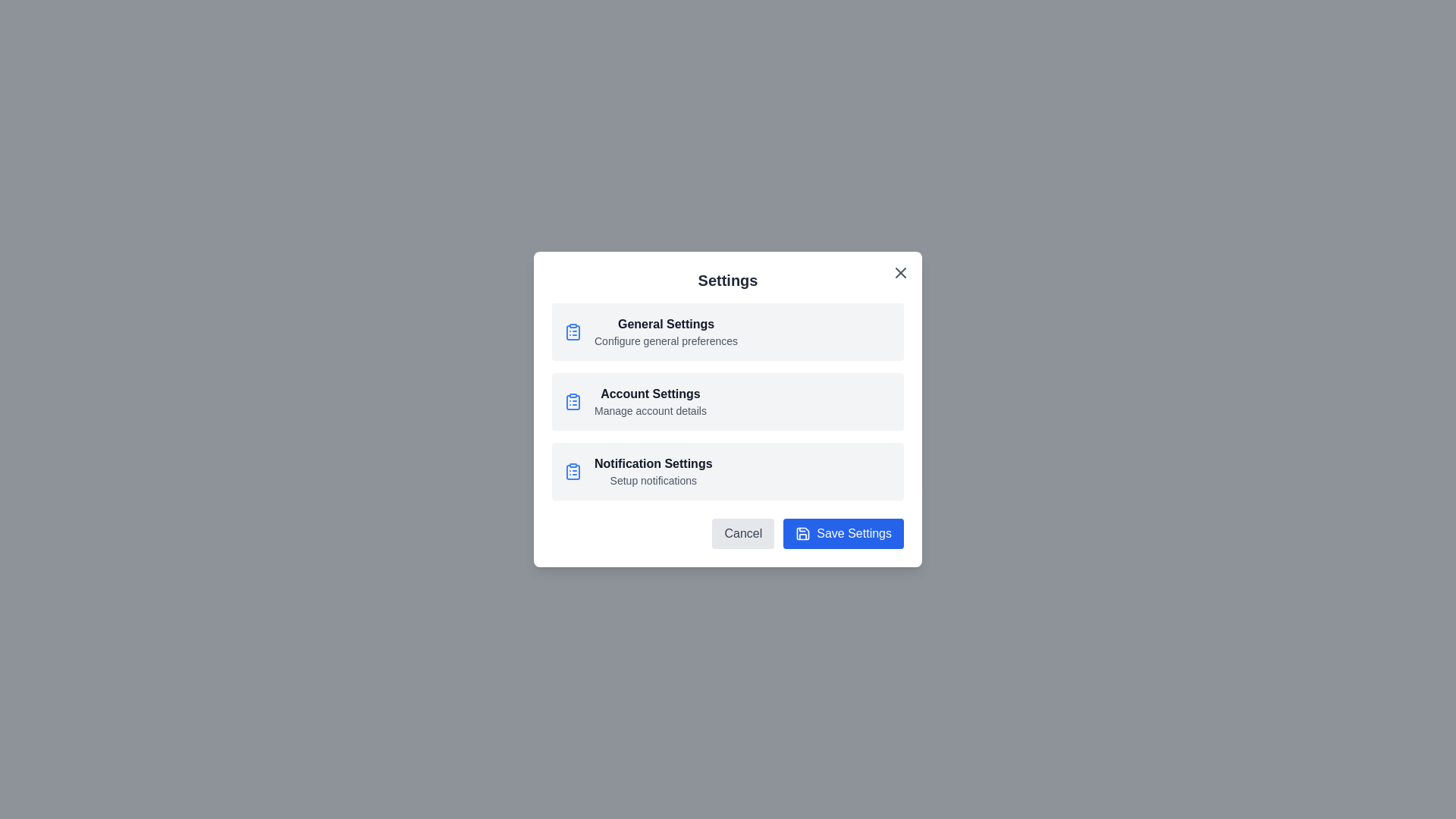 The width and height of the screenshot is (1456, 819). I want to click on the second list item labeled 'Account Settings' in the settings menu, so click(728, 400).